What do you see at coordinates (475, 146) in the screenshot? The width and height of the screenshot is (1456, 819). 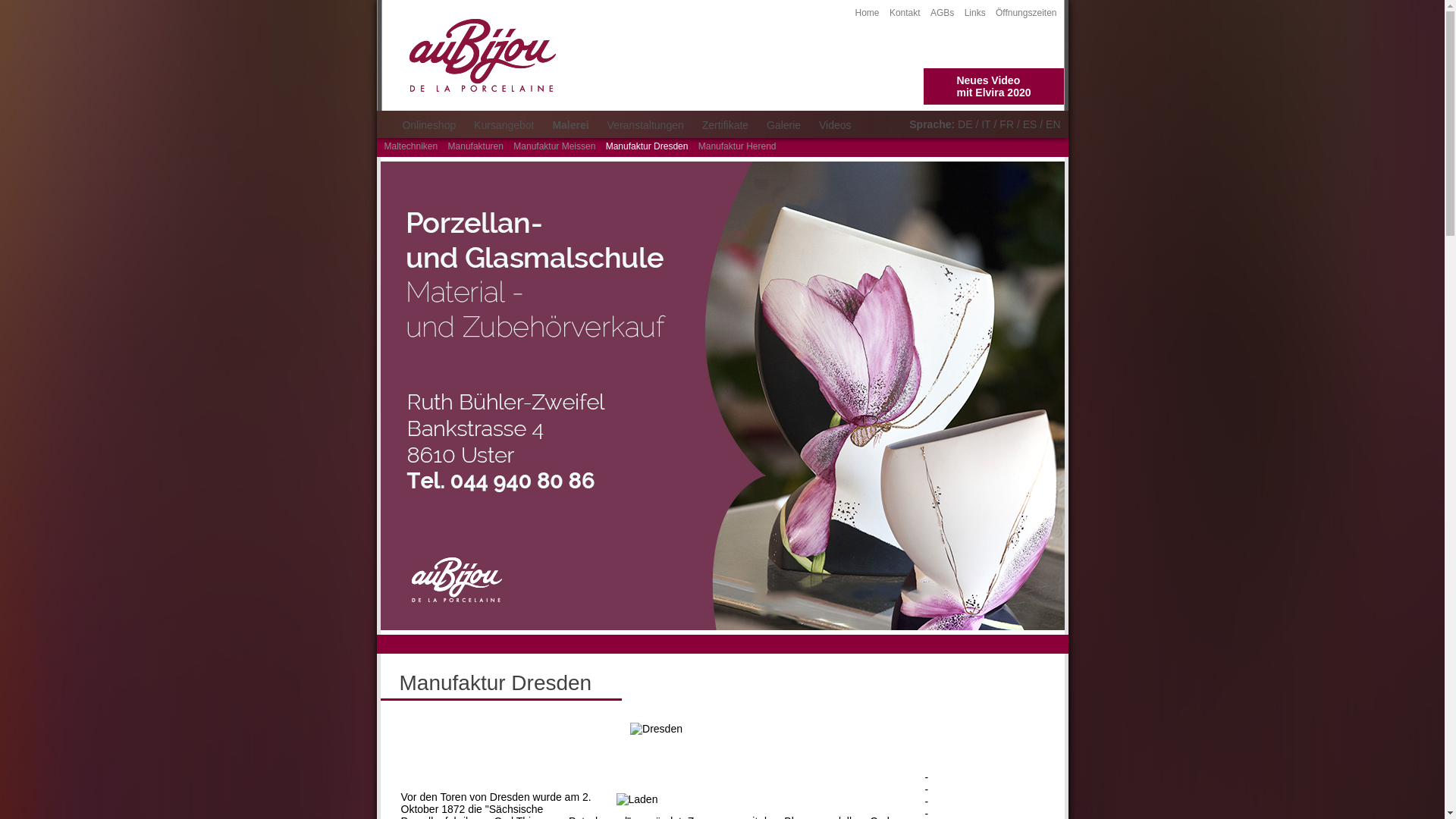 I see `'Manufakturen'` at bounding box center [475, 146].